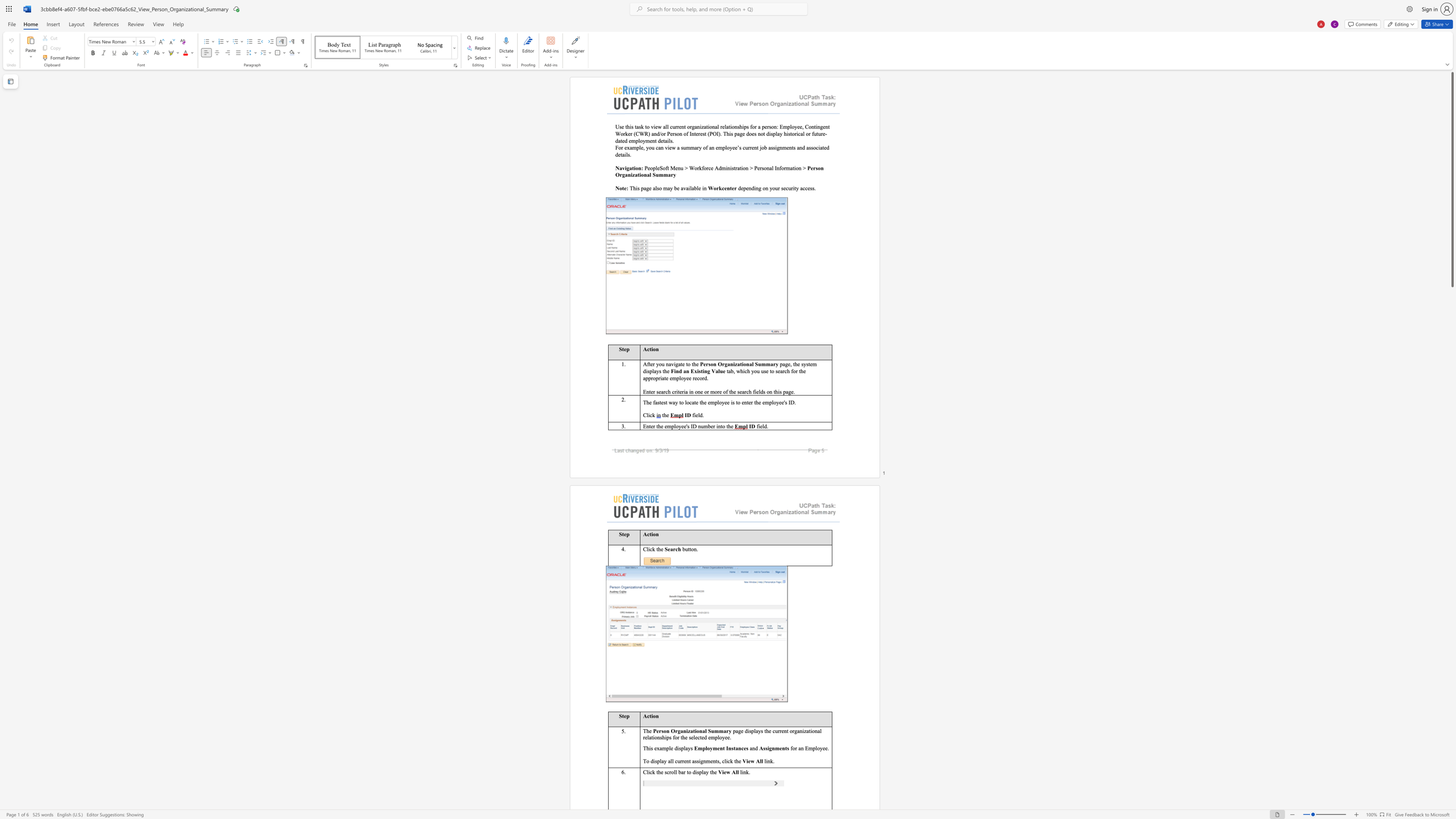 This screenshot has width=1456, height=819. I want to click on the subset text "rgan" within the text "Person Organizational Summary", so click(674, 731).